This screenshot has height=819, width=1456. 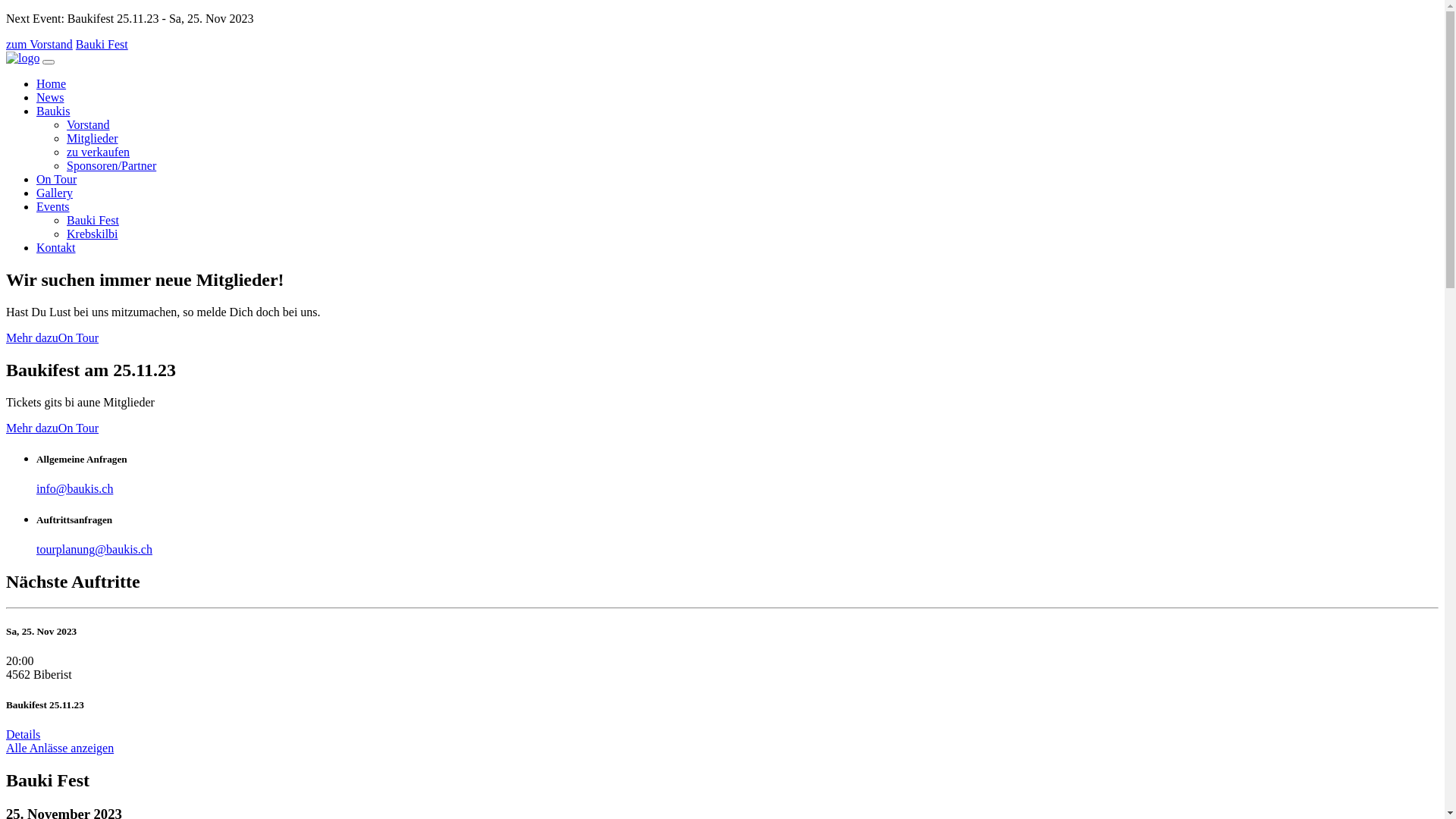 I want to click on 'Baukis', so click(x=36, y=110).